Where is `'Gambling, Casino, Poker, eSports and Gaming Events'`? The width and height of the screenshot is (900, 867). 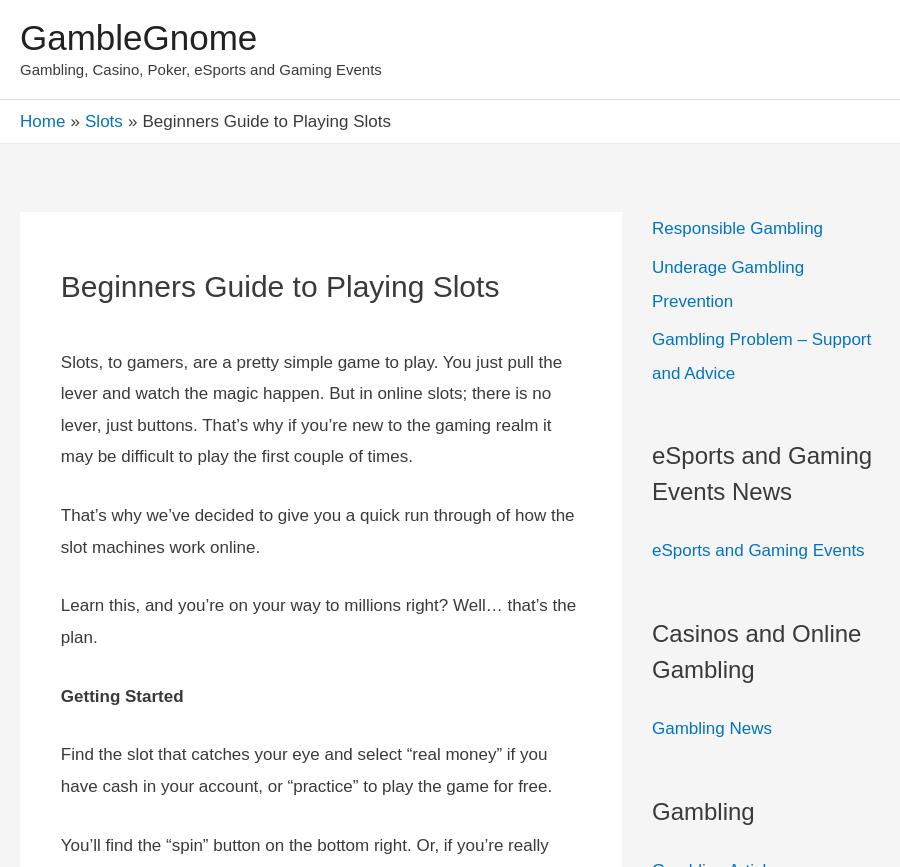
'Gambling, Casino, Poker, eSports and Gaming Events' is located at coordinates (200, 69).